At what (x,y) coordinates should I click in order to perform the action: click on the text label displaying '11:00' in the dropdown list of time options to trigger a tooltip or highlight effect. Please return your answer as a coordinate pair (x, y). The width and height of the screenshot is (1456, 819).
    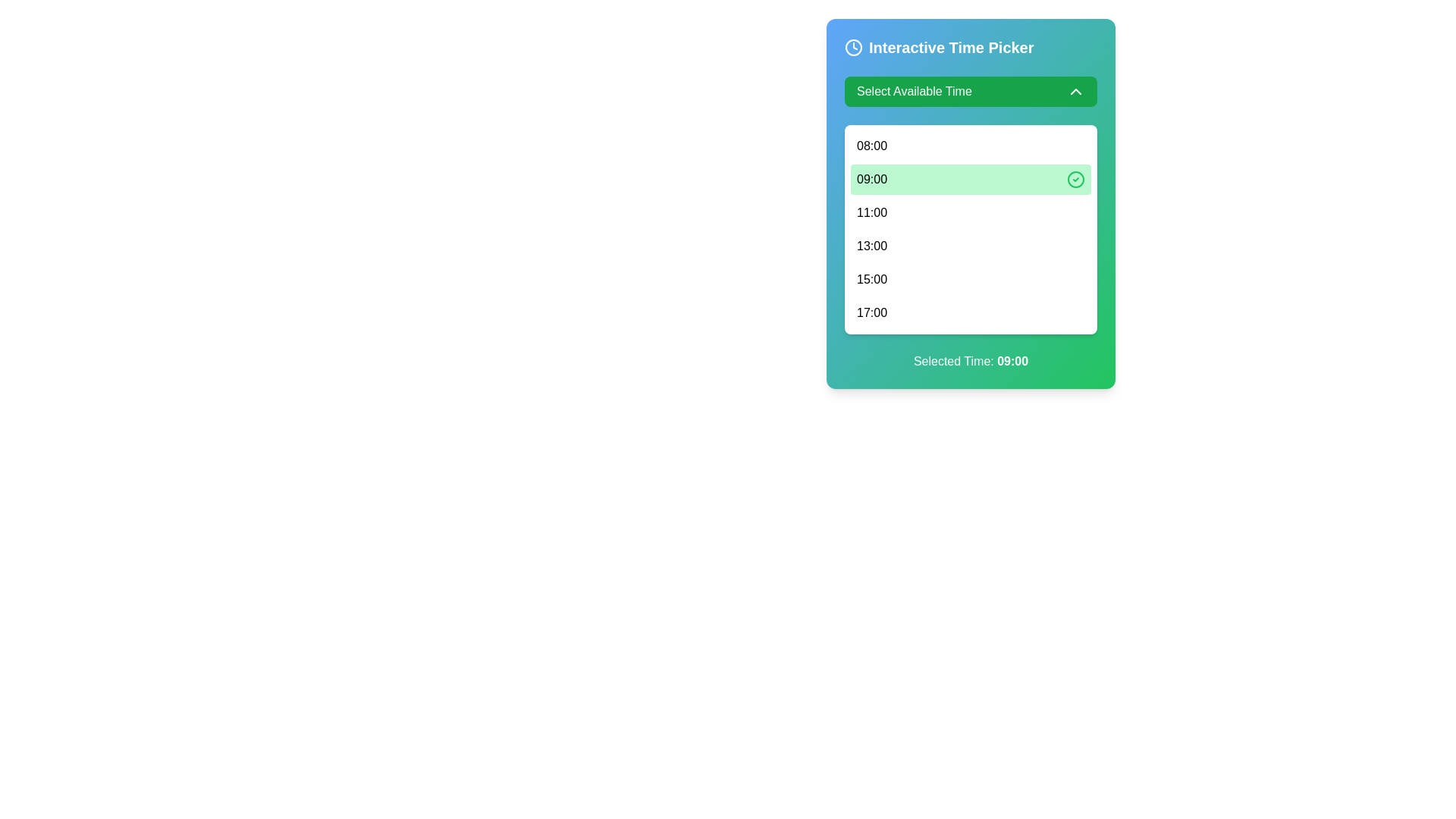
    Looking at the image, I should click on (872, 213).